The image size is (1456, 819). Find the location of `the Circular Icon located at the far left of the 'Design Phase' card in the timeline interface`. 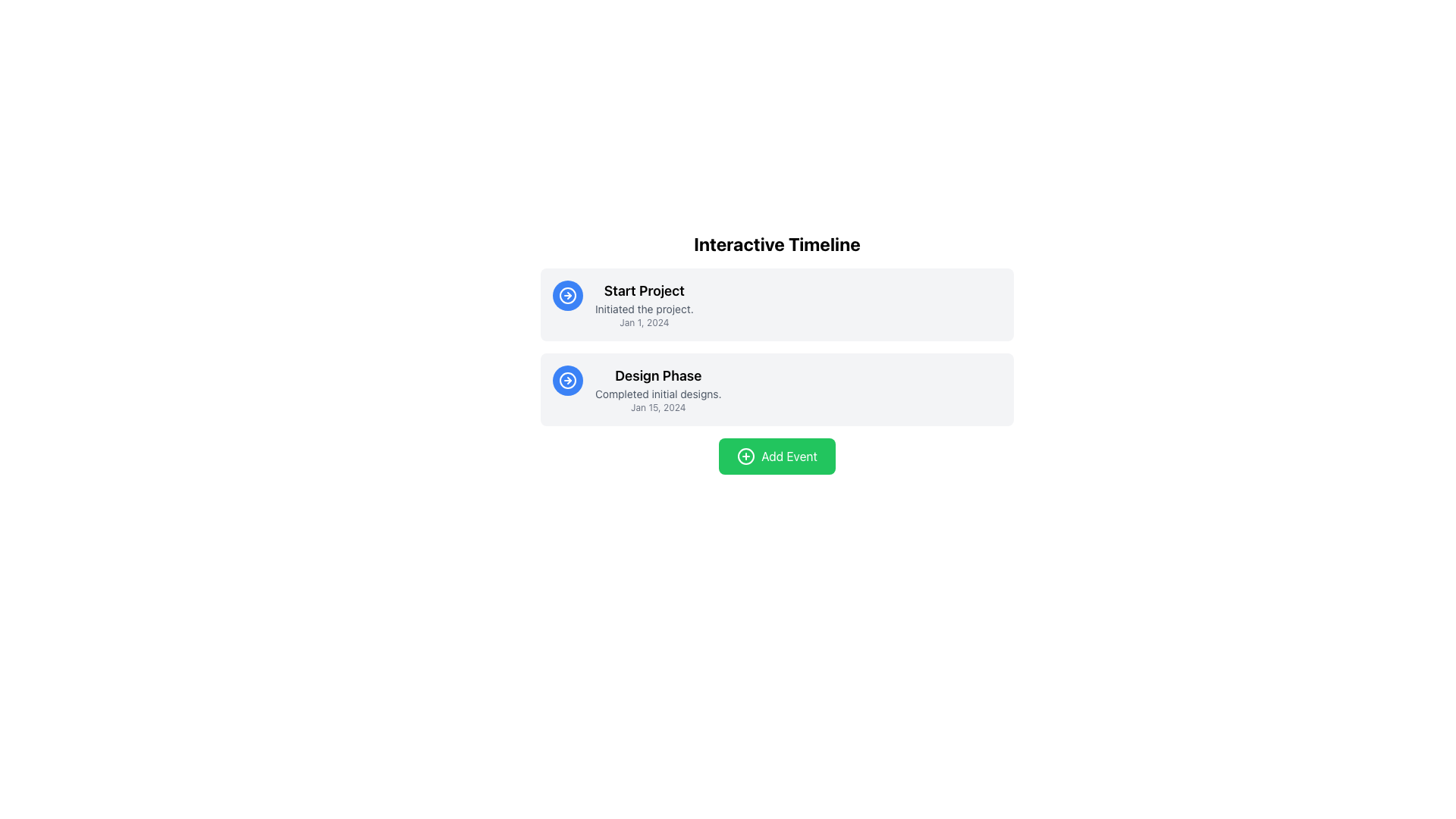

the Circular Icon located at the far left of the 'Design Phase' card in the timeline interface is located at coordinates (566, 379).